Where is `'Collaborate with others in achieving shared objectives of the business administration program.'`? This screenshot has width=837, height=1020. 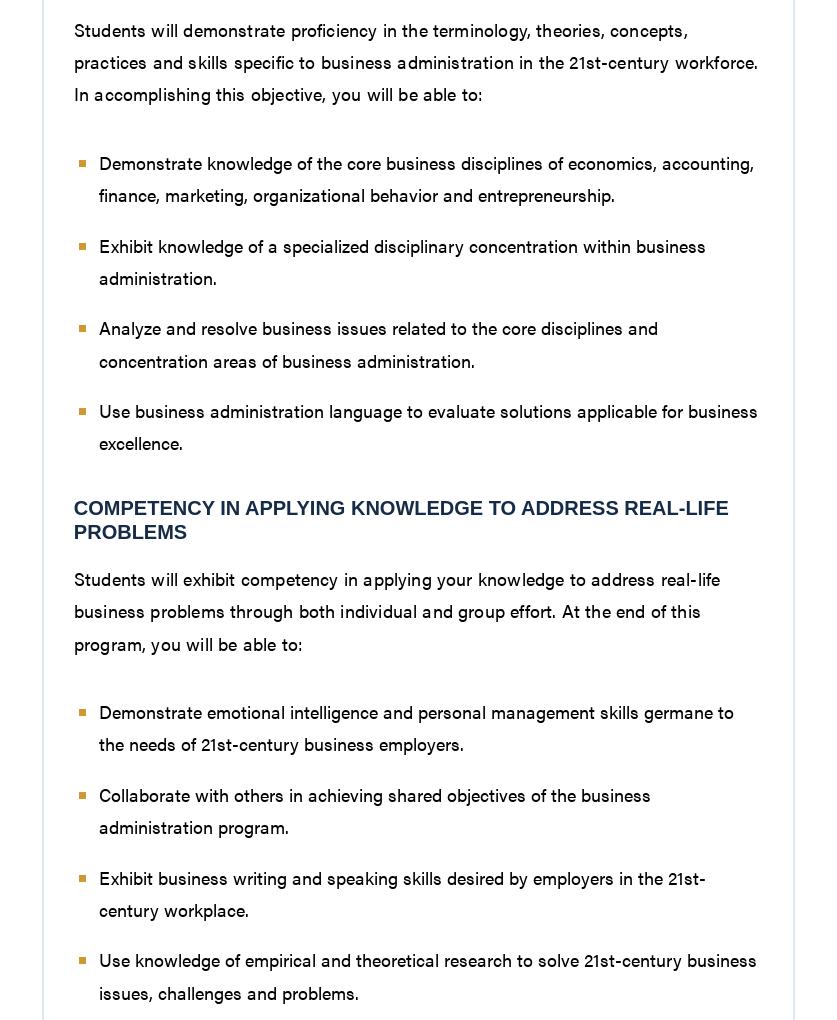 'Collaborate with others in achieving shared objectives of the business administration program.' is located at coordinates (98, 809).